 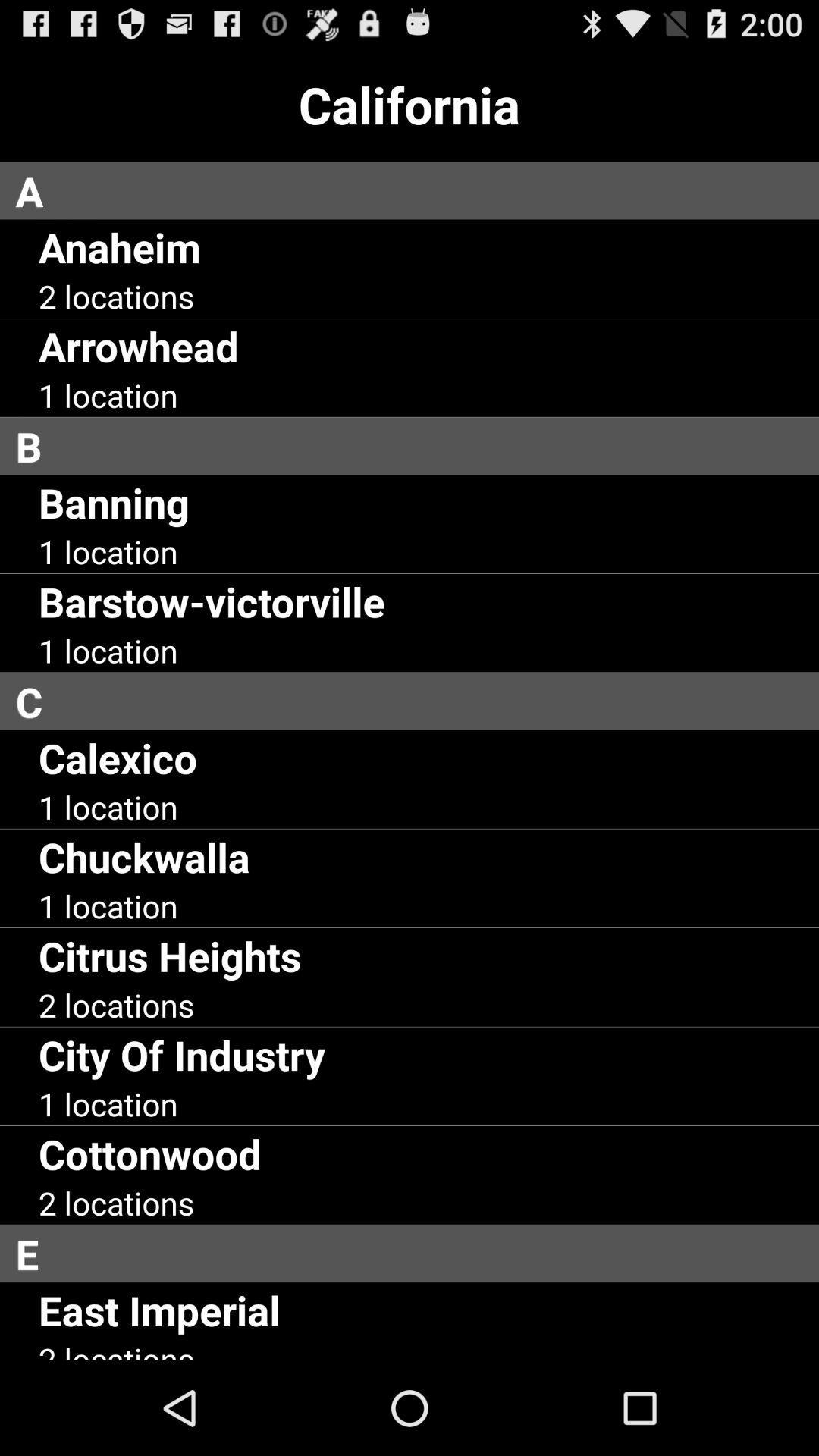 I want to click on icon above the 1 location, so click(x=144, y=856).